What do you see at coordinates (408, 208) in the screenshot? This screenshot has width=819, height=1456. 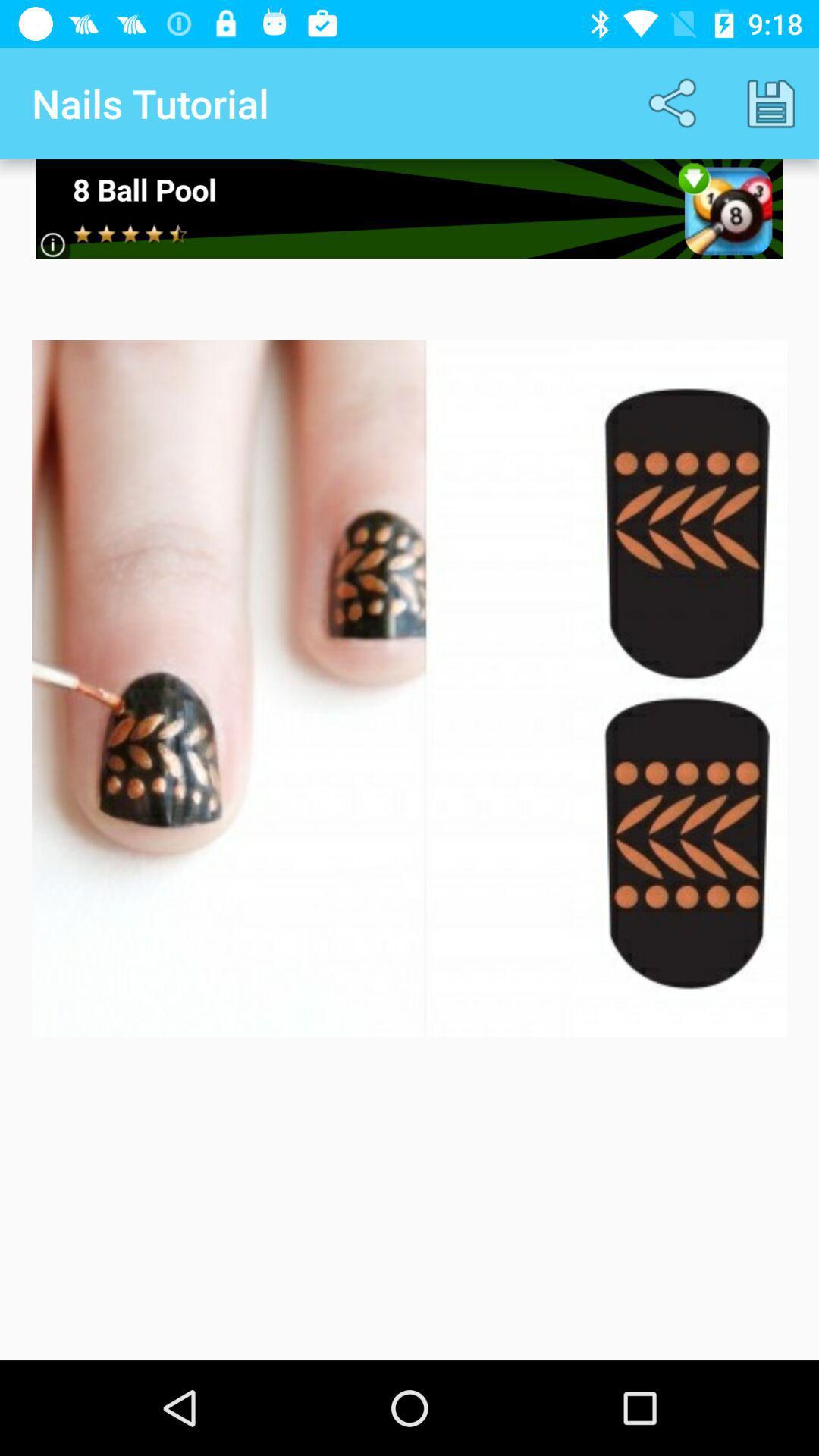 I see `see advertisement` at bounding box center [408, 208].